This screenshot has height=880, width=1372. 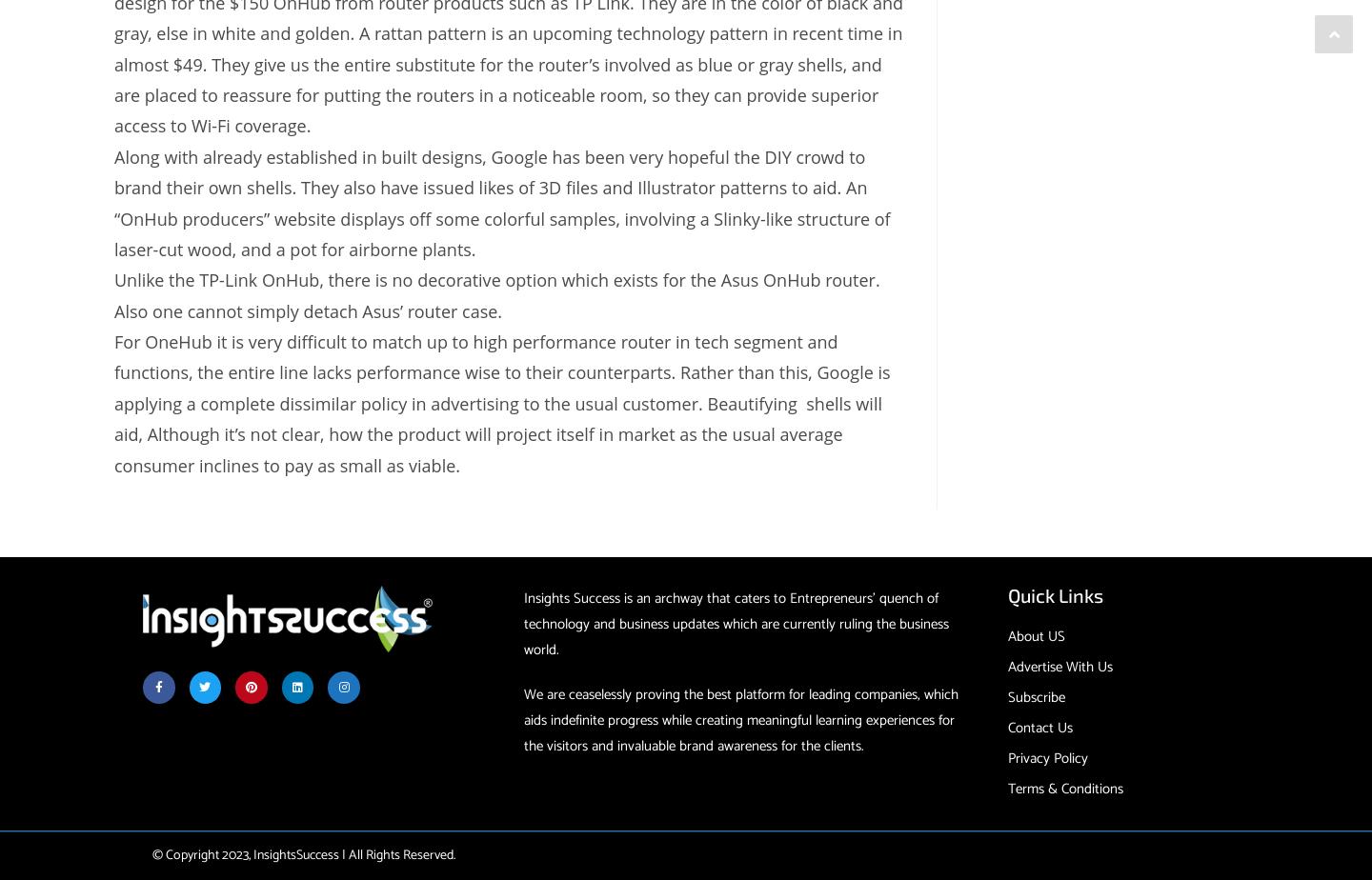 What do you see at coordinates (1007, 728) in the screenshot?
I see `'Contact Us'` at bounding box center [1007, 728].